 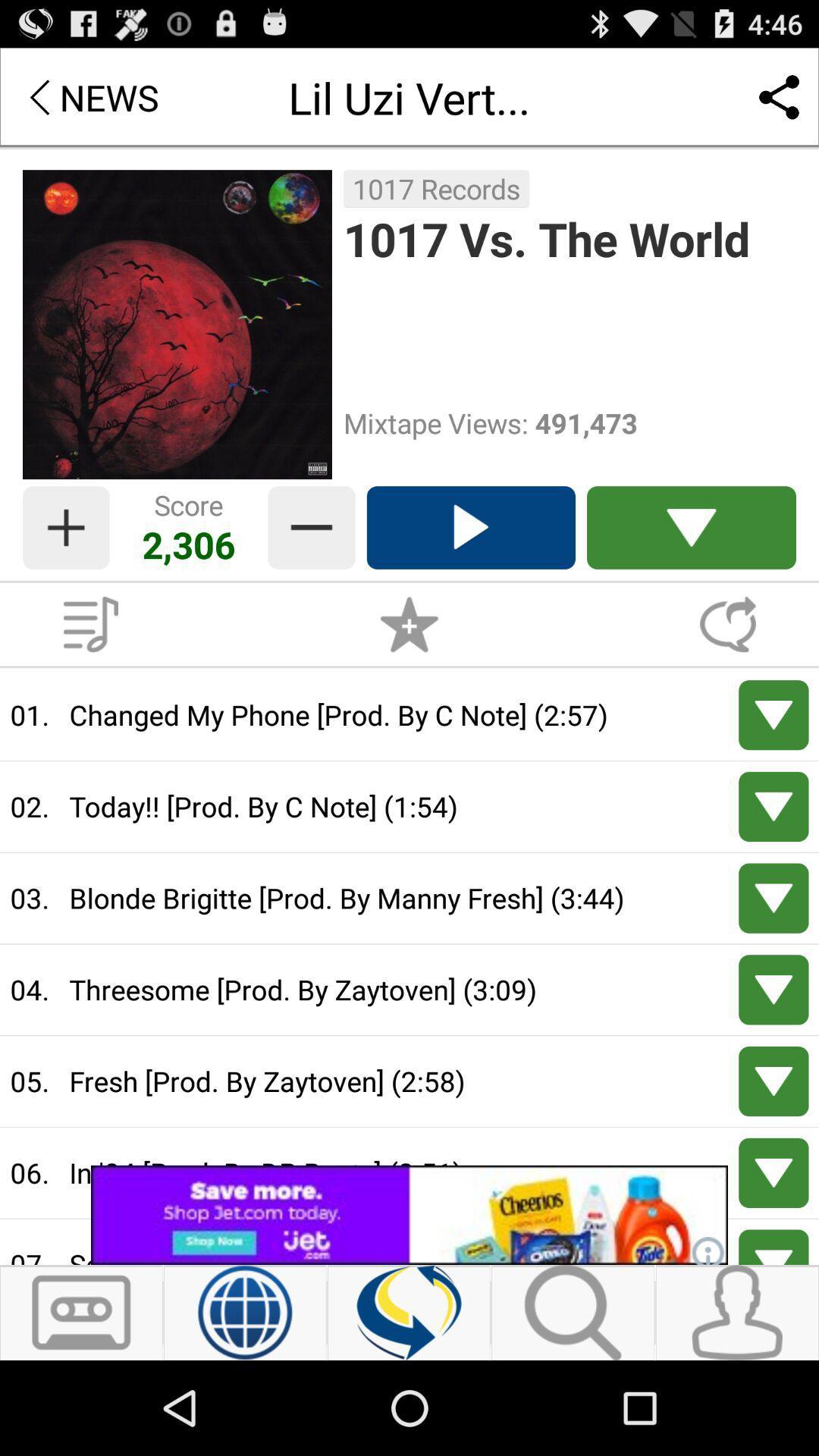 What do you see at coordinates (65, 528) in the screenshot?
I see `the score` at bounding box center [65, 528].